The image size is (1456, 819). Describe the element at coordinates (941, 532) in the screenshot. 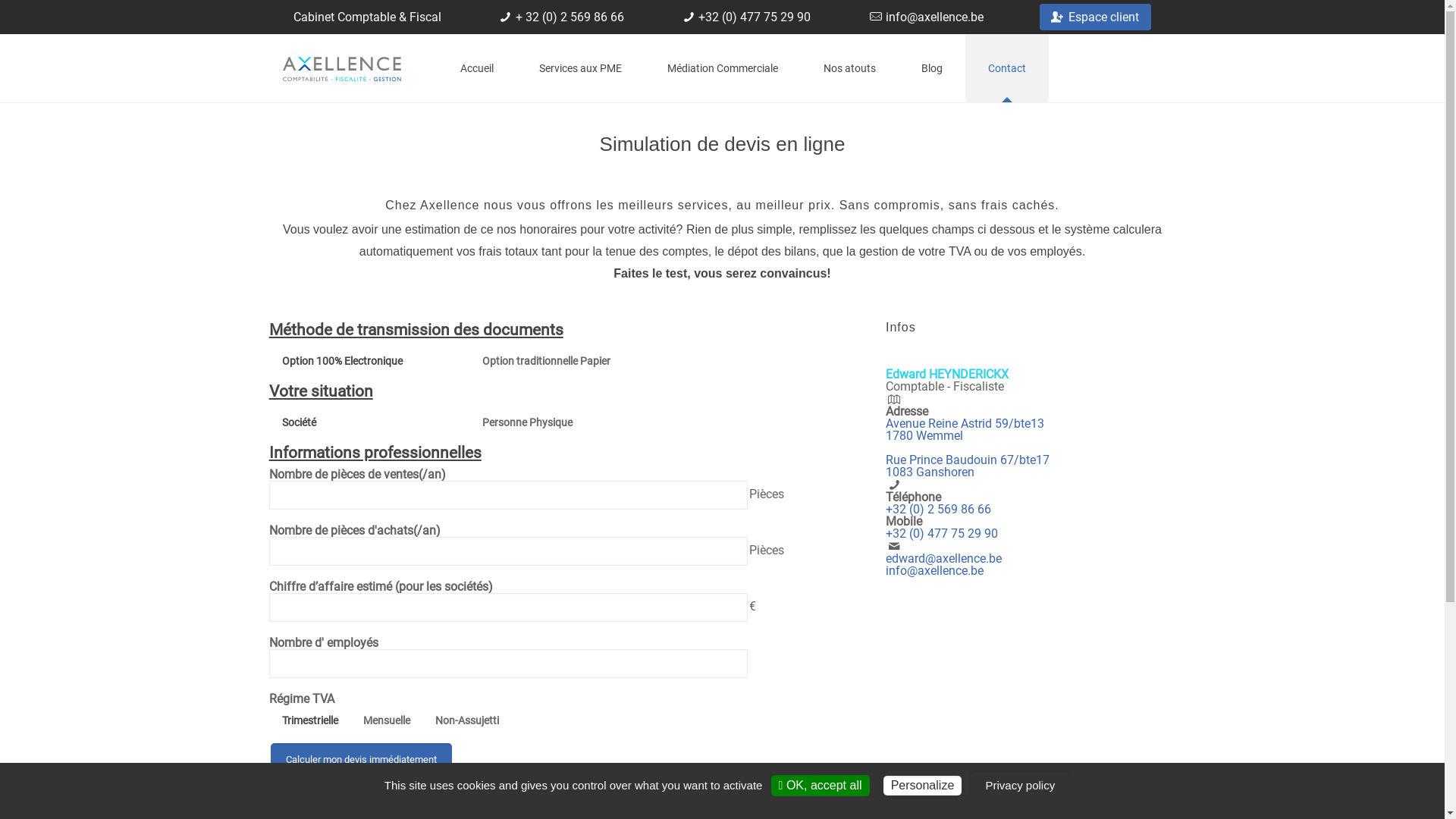

I see `'+32 (0) 477 75 29 90'` at that location.